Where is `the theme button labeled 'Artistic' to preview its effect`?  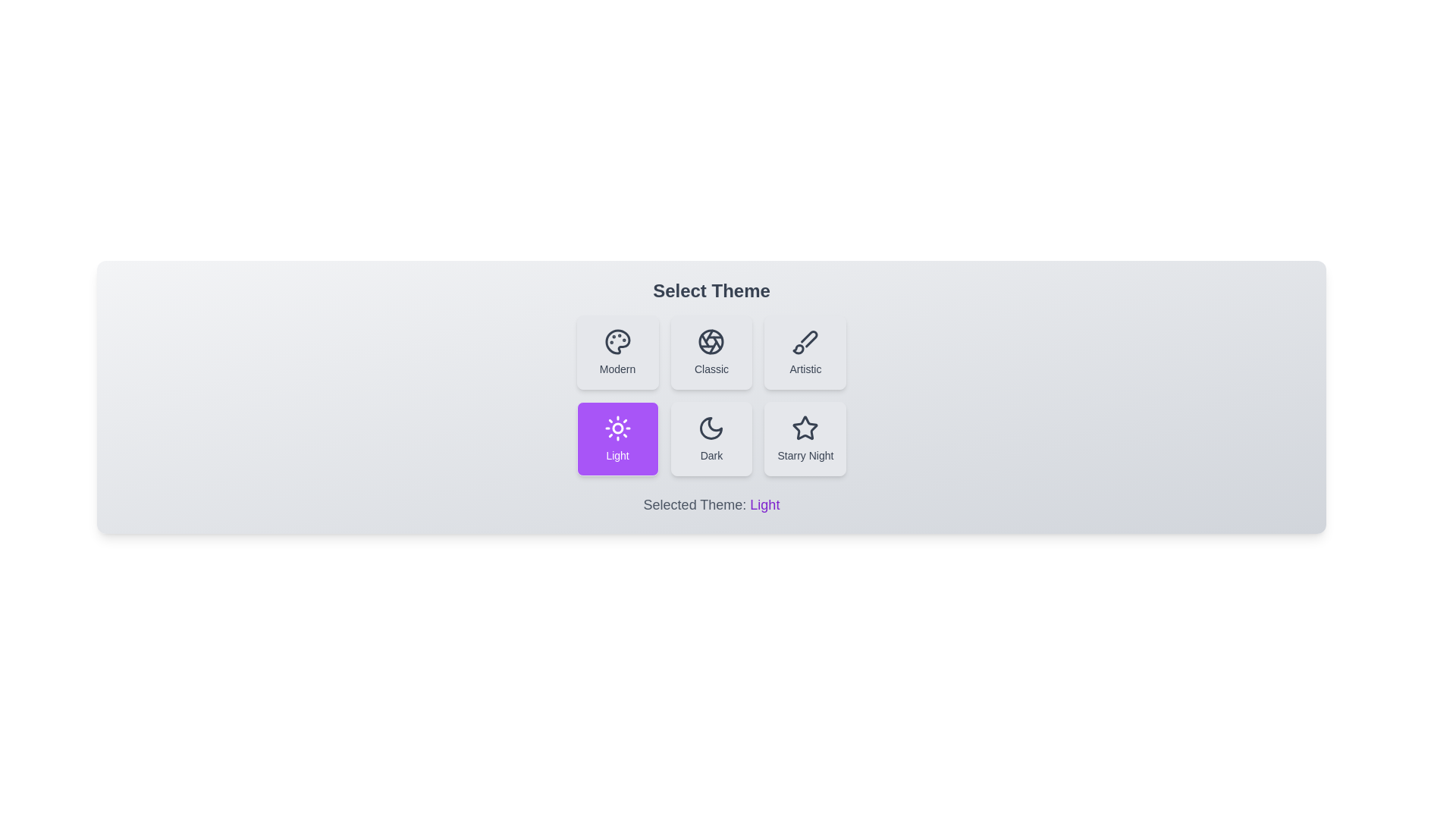
the theme button labeled 'Artistic' to preview its effect is located at coordinates (805, 353).